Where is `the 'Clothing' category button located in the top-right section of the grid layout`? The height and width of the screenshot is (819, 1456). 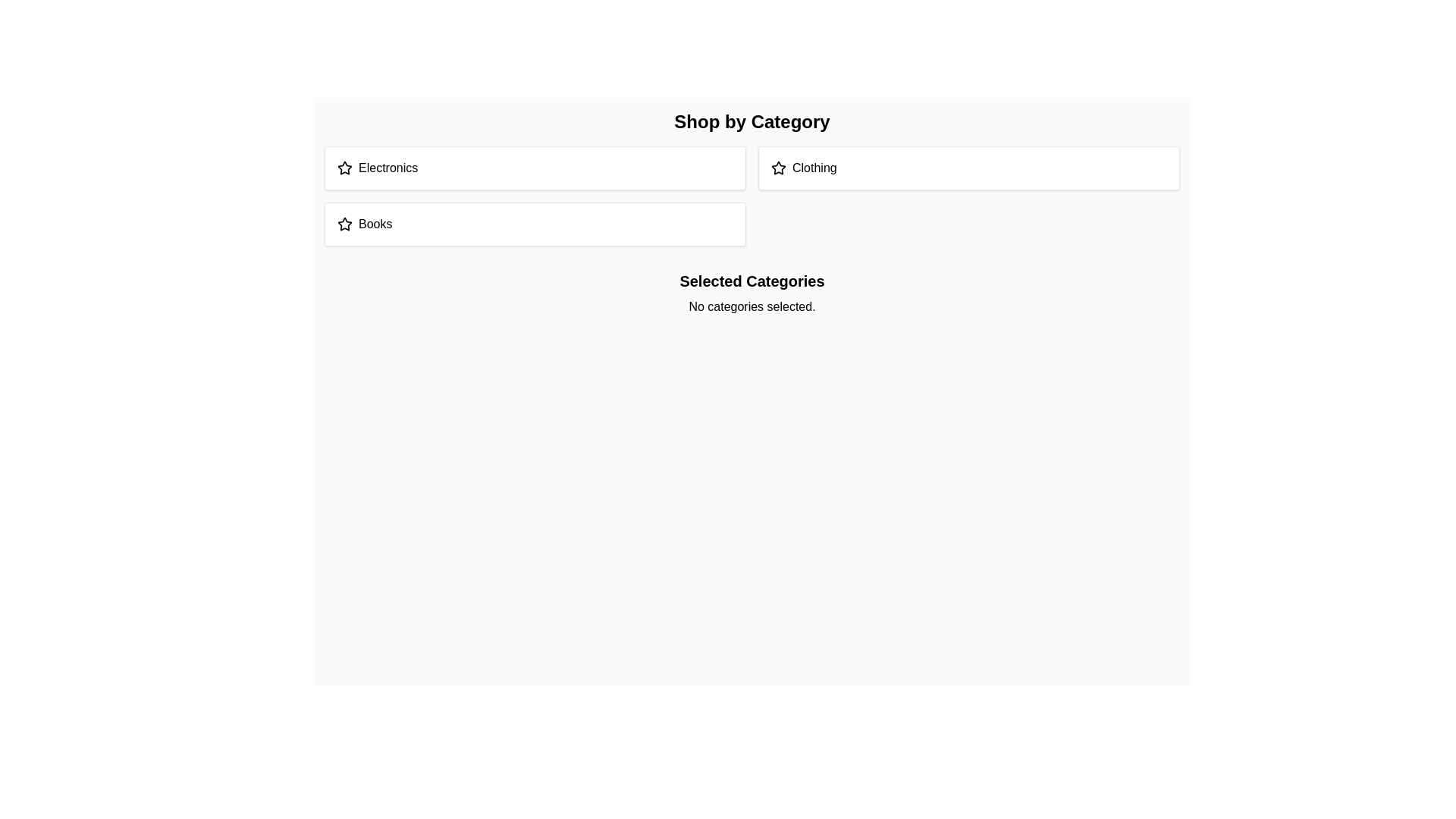
the 'Clothing' category button located in the top-right section of the grid layout is located at coordinates (968, 168).